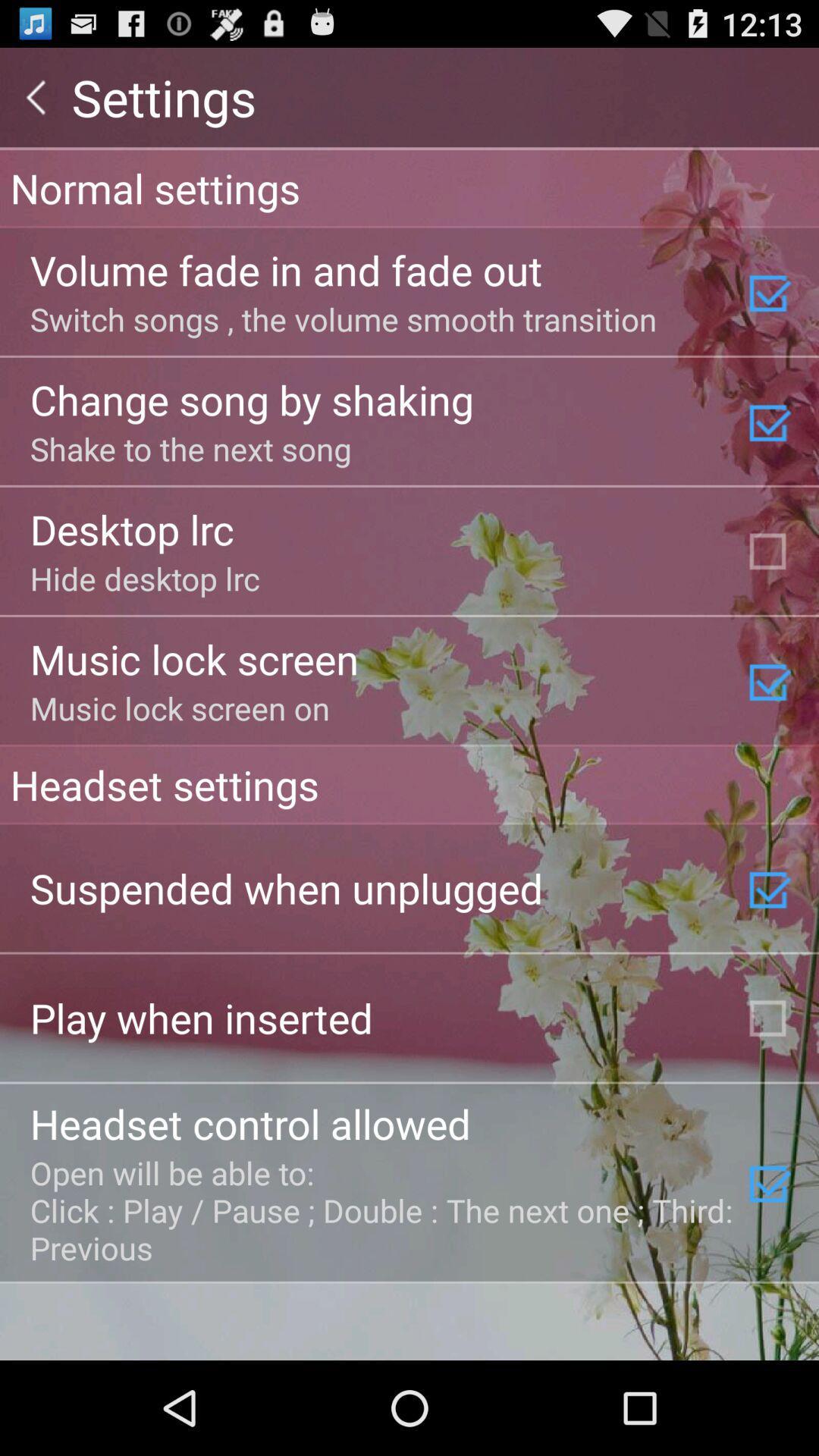 The height and width of the screenshot is (1456, 819). I want to click on item above the change song by, so click(343, 318).